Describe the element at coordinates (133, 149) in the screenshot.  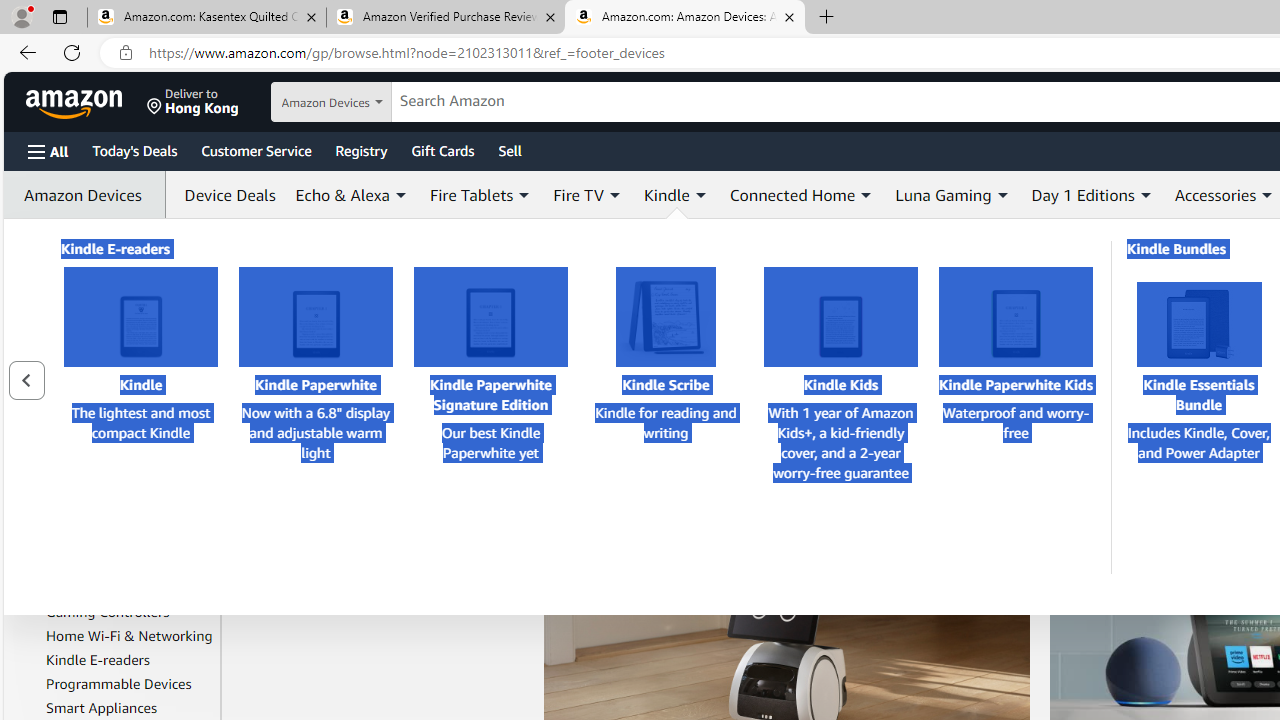
I see `'Today'` at that location.